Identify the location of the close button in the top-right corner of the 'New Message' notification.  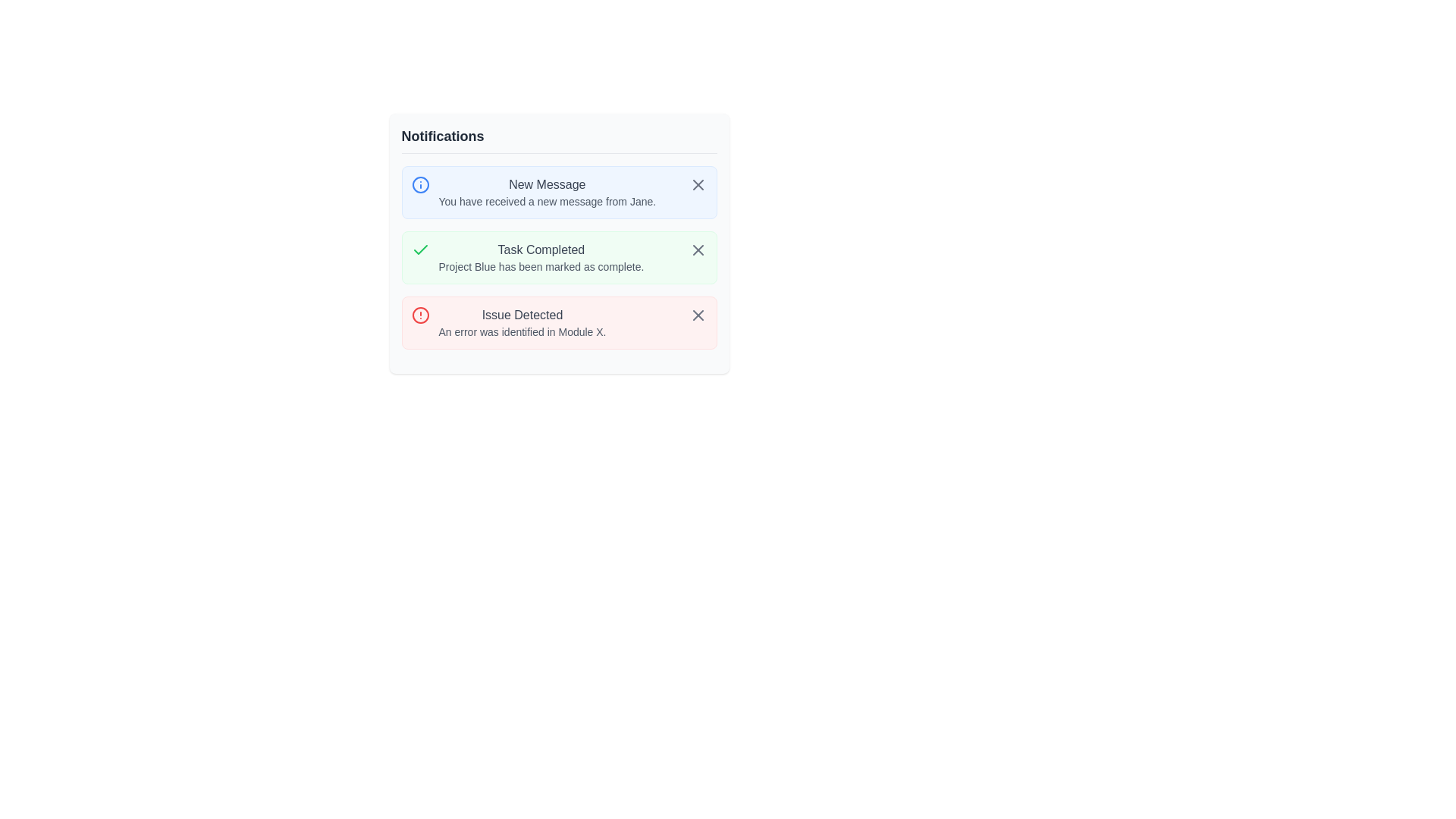
(697, 184).